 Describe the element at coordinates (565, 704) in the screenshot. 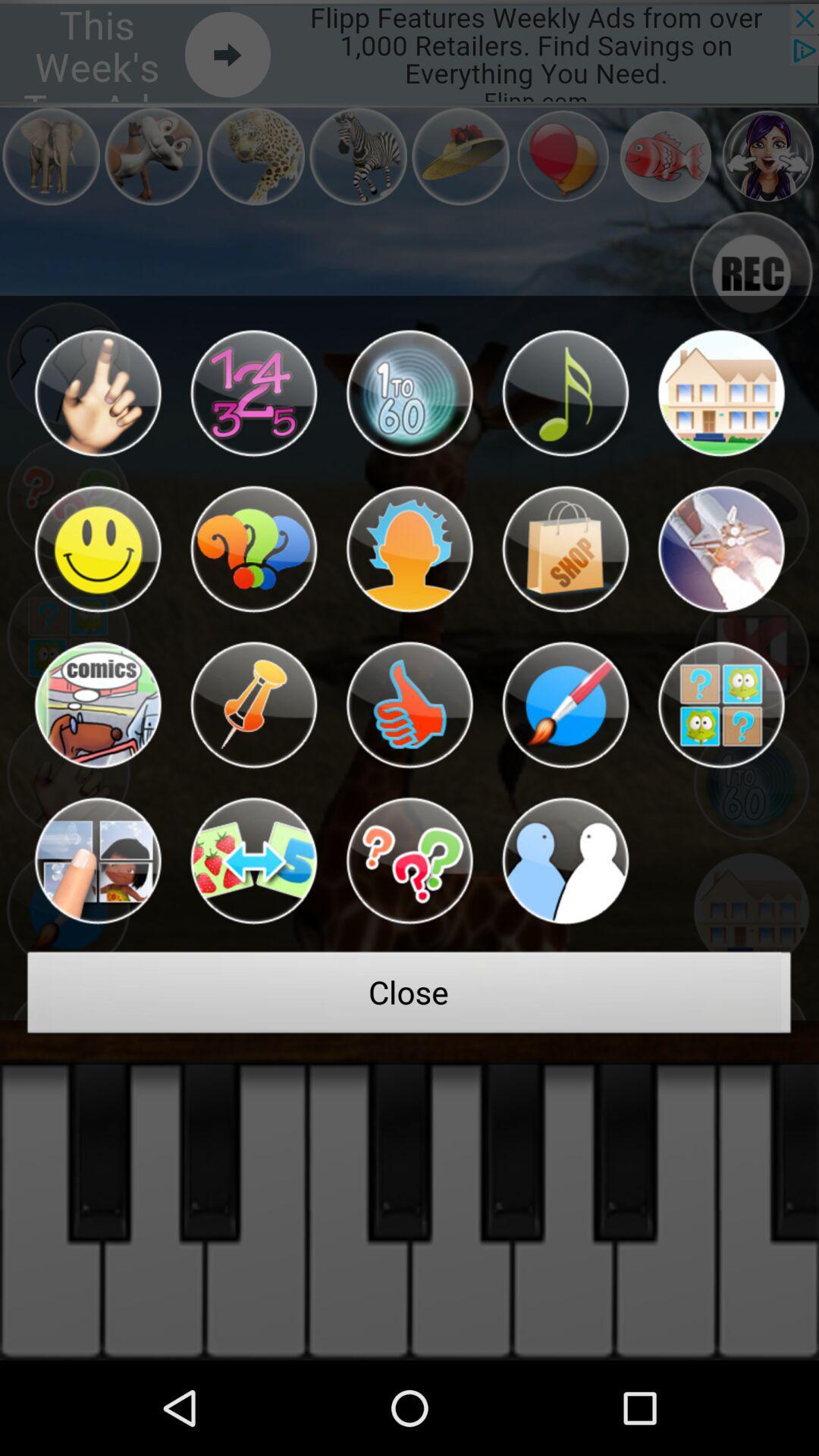

I see `game` at that location.